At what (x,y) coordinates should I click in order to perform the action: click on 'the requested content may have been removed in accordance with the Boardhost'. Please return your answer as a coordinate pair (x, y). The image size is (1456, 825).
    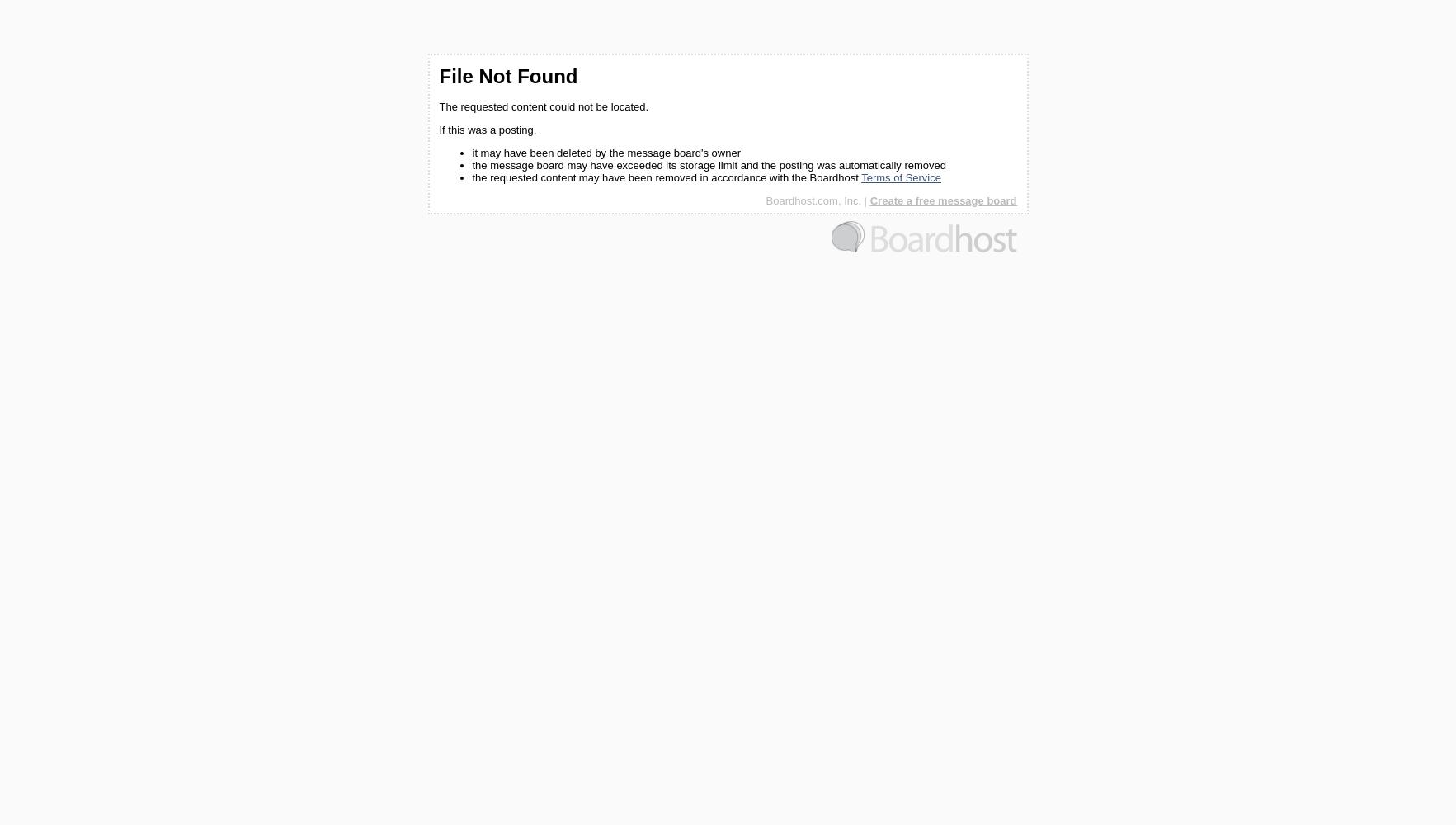
    Looking at the image, I should click on (666, 177).